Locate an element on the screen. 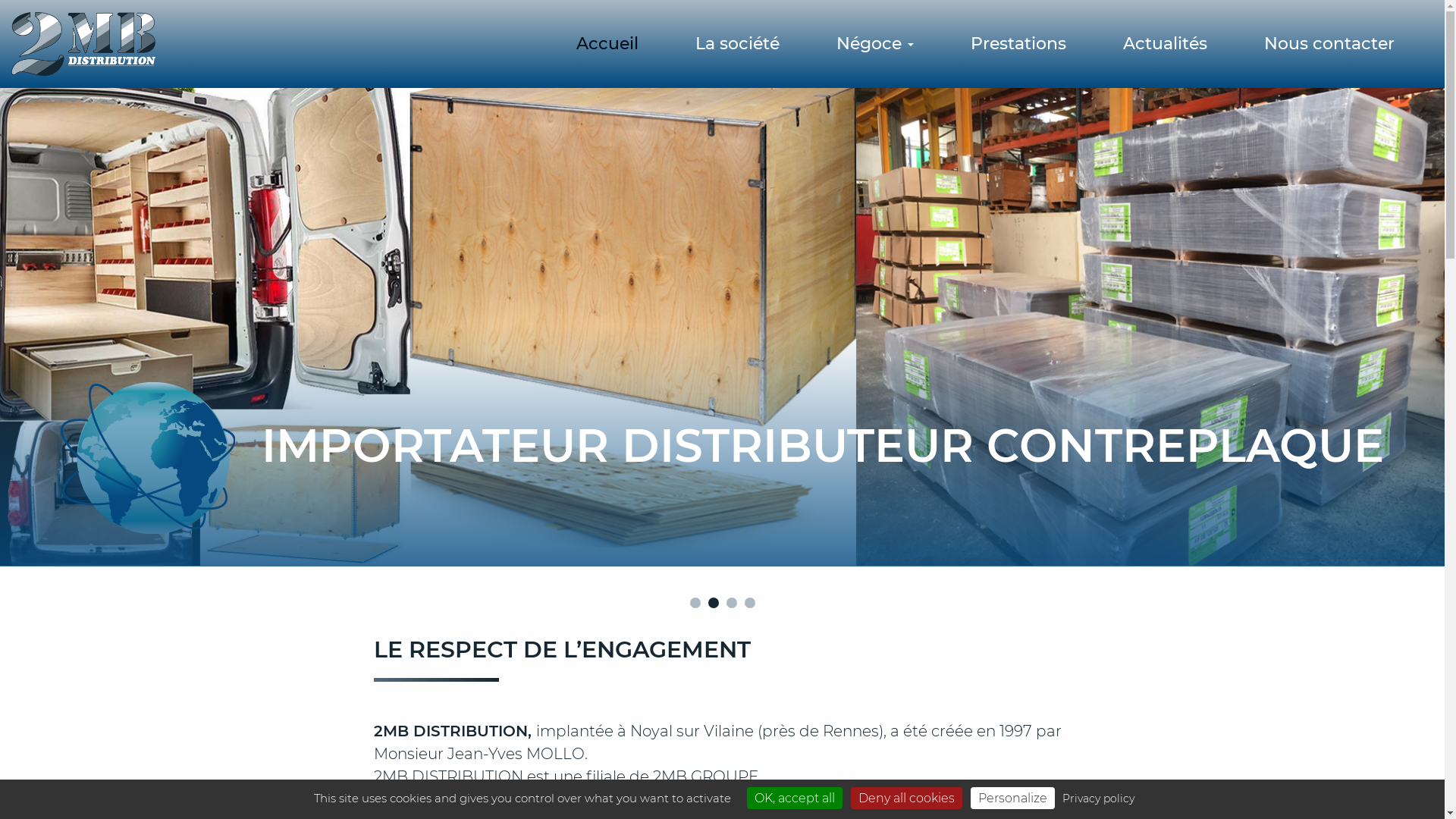  'IMPORTATEUR DISTRIBUTEUR CONTREPLAQUE' is located at coordinates (0, 329).